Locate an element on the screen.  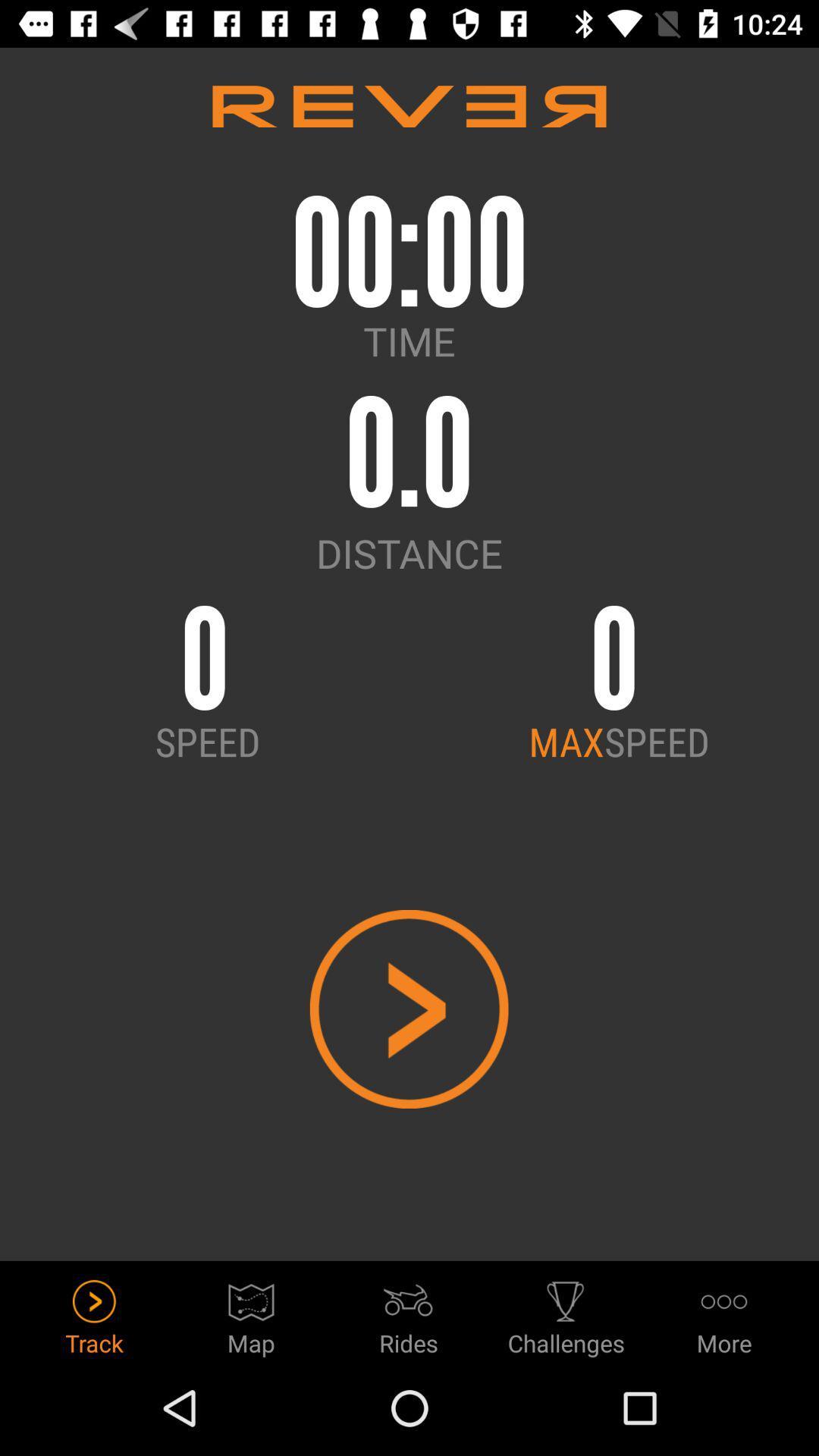
go back is located at coordinates (408, 1009).